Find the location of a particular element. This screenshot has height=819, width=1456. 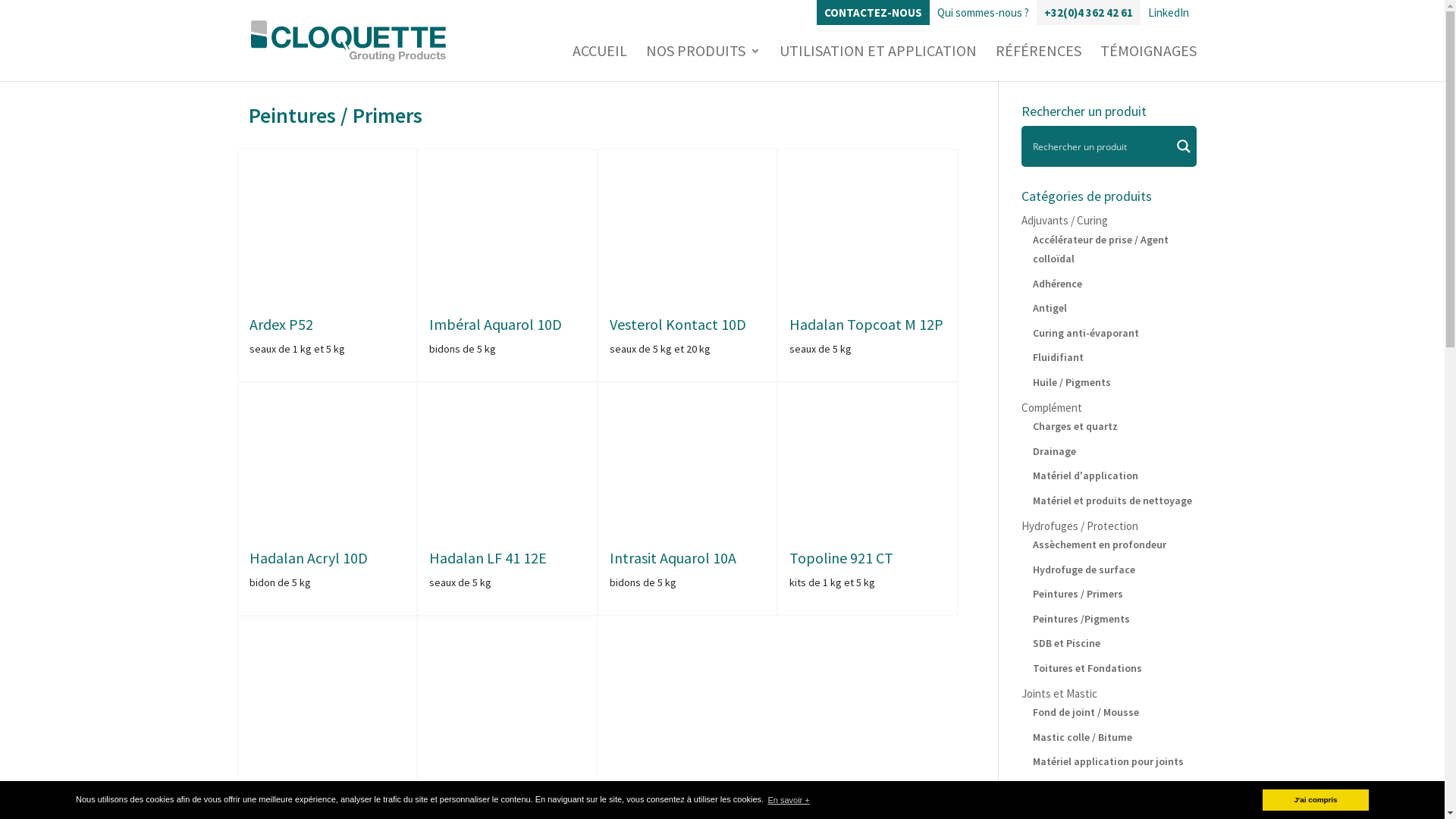

'+32(0)4 362 42 61' is located at coordinates (1087, 12).